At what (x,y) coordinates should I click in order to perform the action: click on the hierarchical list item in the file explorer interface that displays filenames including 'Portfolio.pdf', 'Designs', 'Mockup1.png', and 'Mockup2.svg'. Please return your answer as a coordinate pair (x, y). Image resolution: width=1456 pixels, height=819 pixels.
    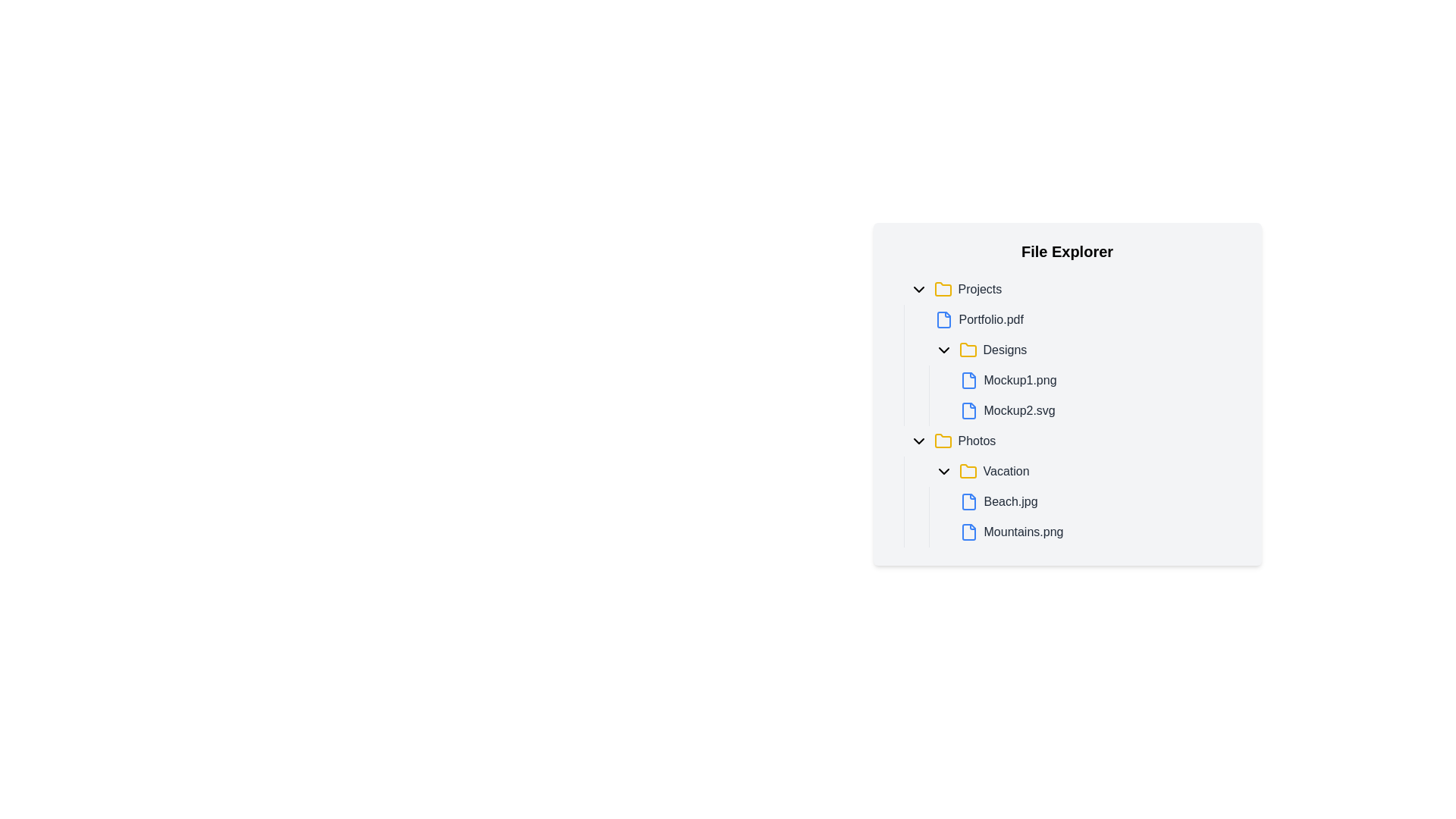
    Looking at the image, I should click on (1072, 366).